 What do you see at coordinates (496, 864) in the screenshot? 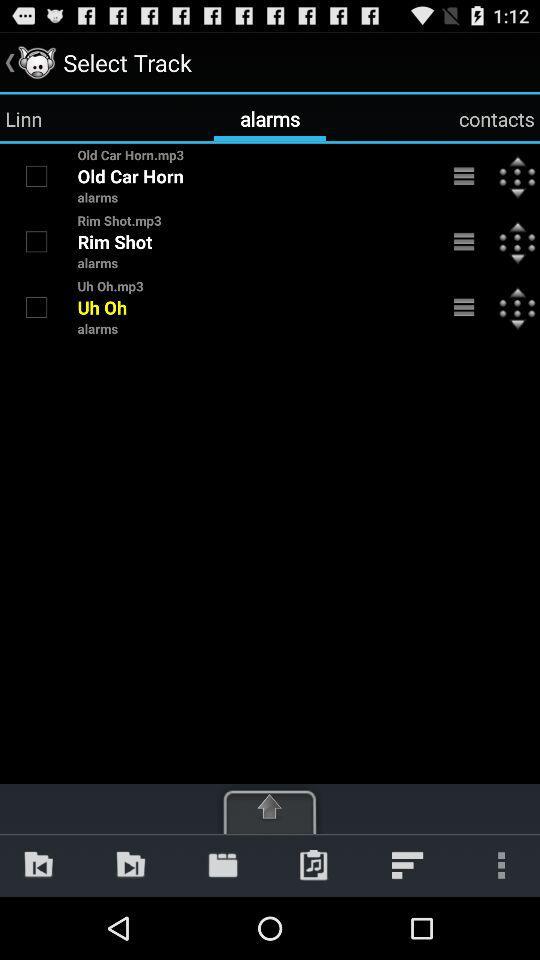
I see `the three dots present in right side corner from the bottom` at bounding box center [496, 864].